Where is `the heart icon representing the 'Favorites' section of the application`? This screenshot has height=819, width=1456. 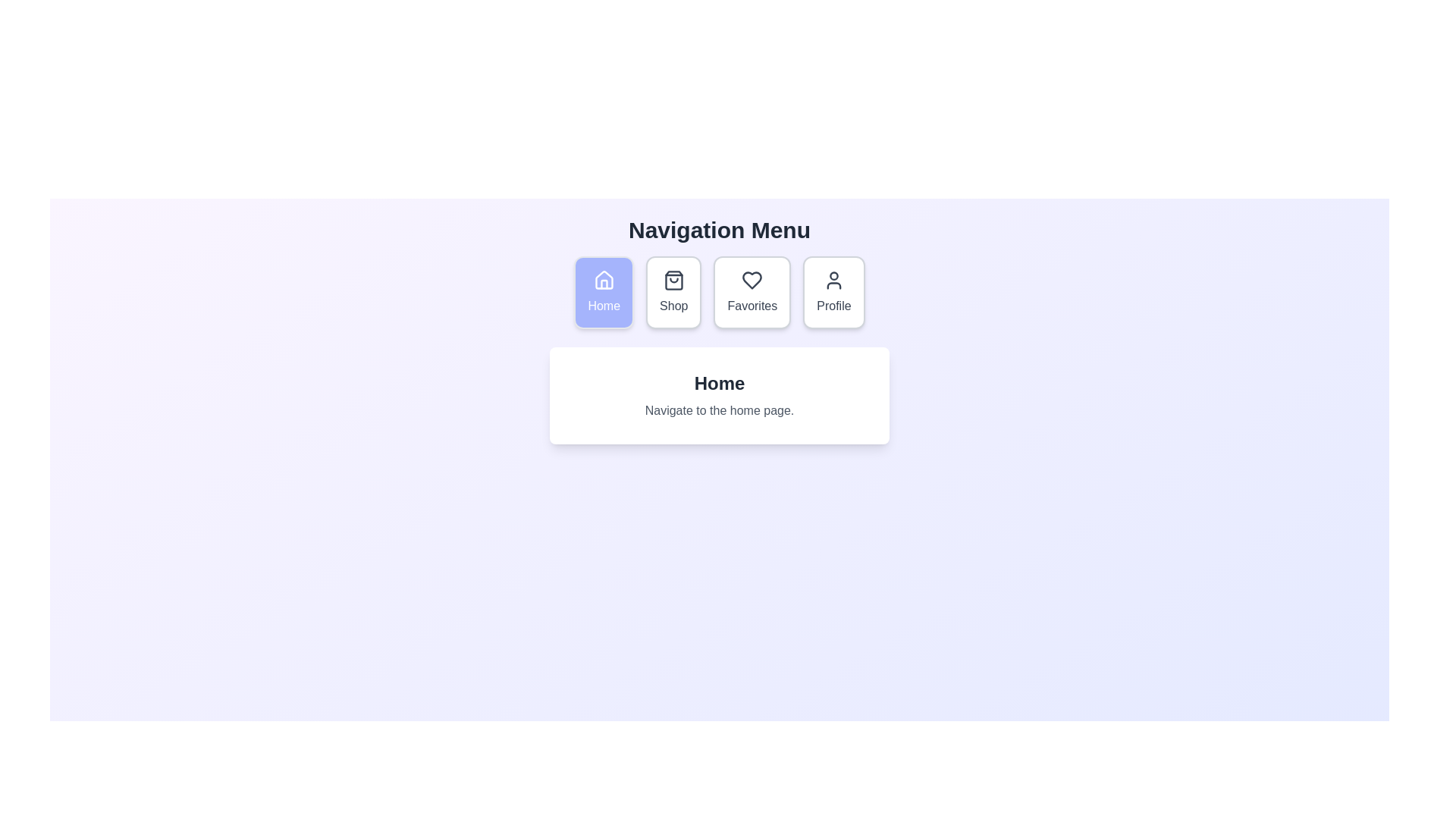 the heart icon representing the 'Favorites' section of the application is located at coordinates (752, 281).